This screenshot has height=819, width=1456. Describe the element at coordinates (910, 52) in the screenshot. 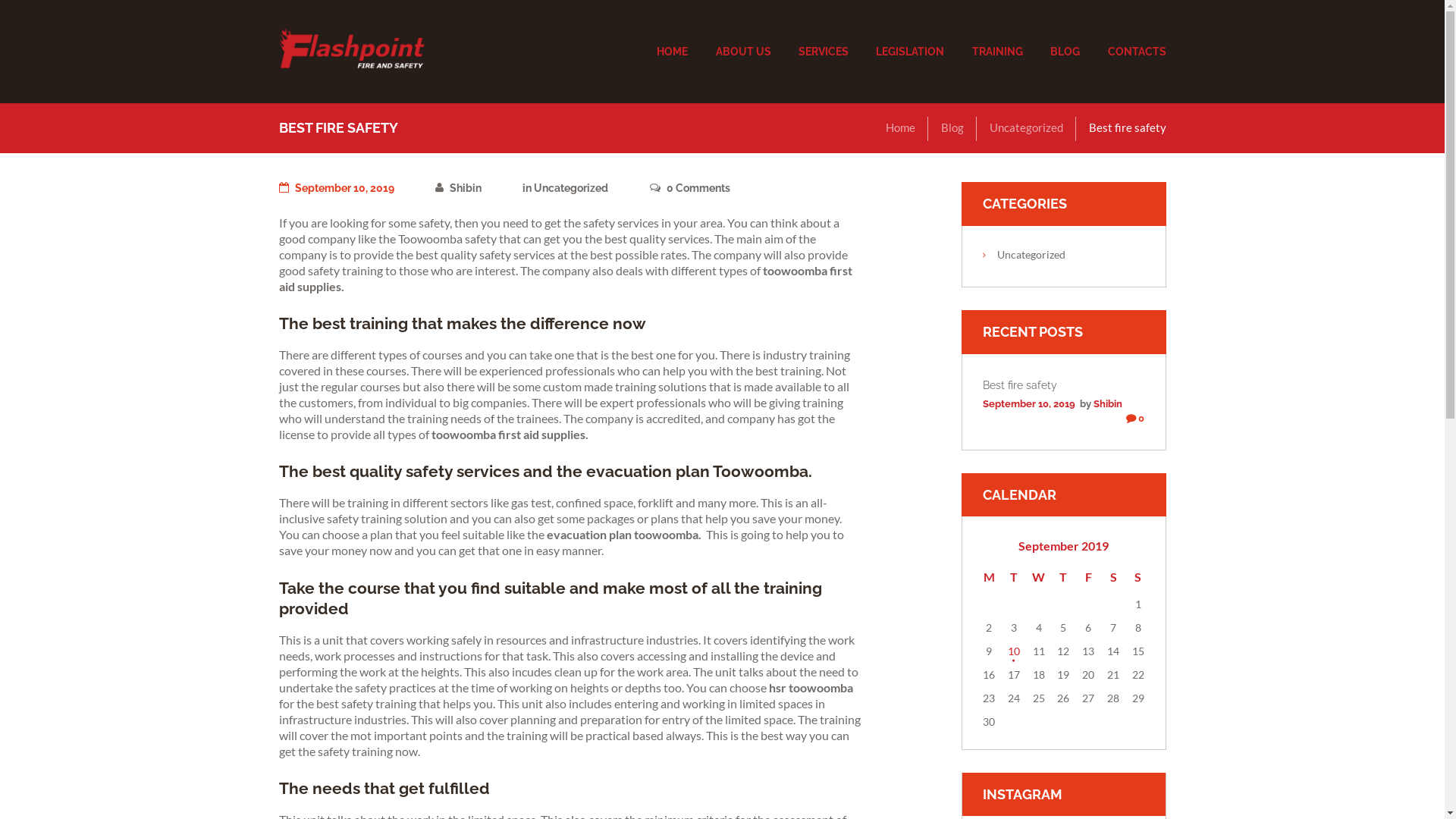

I see `'LEGISLATION'` at that location.